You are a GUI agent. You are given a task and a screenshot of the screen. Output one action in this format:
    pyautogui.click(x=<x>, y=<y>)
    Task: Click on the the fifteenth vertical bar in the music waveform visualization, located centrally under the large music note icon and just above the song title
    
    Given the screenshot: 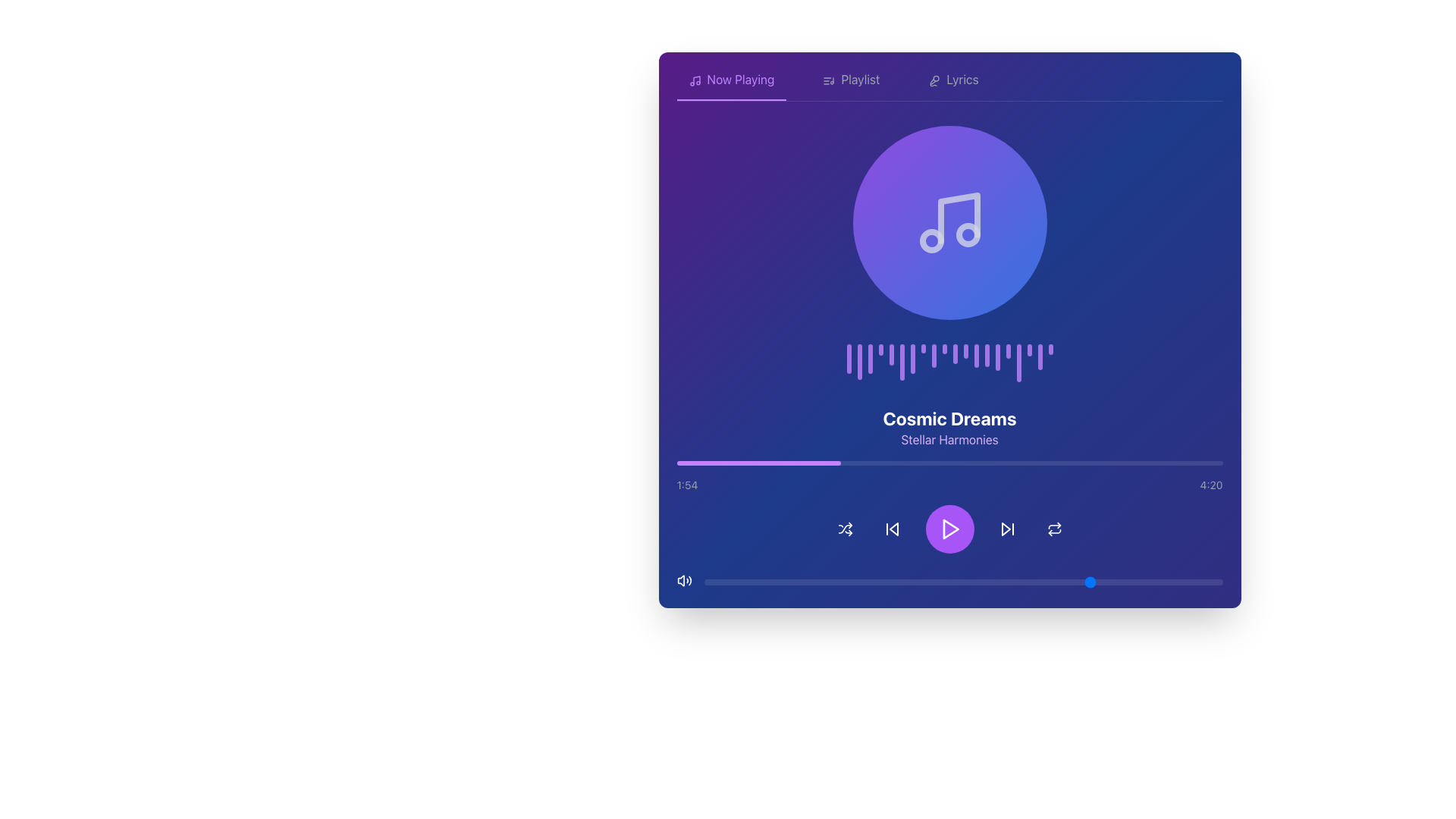 What is the action you would take?
    pyautogui.click(x=997, y=357)
    